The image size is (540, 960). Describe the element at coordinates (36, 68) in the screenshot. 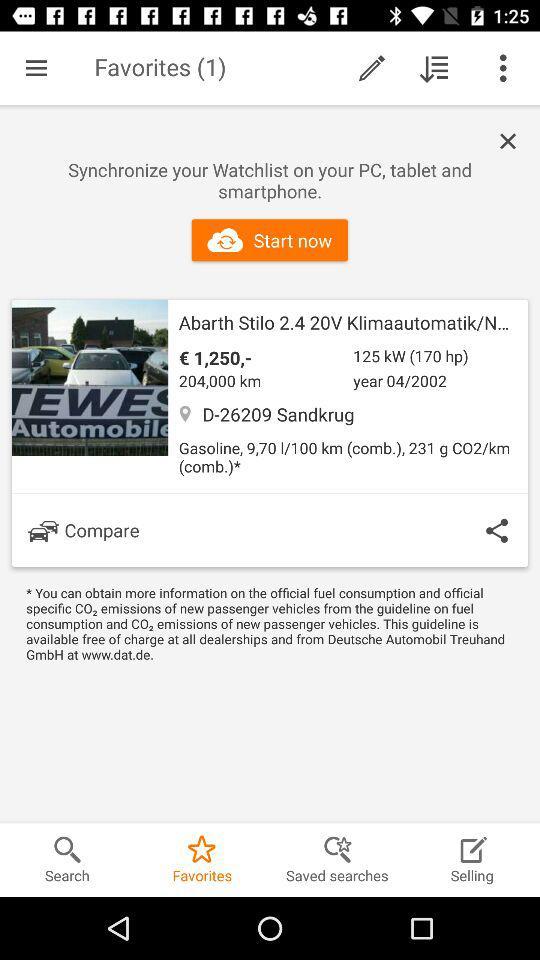

I see `the item to the left of favorites (1)` at that location.